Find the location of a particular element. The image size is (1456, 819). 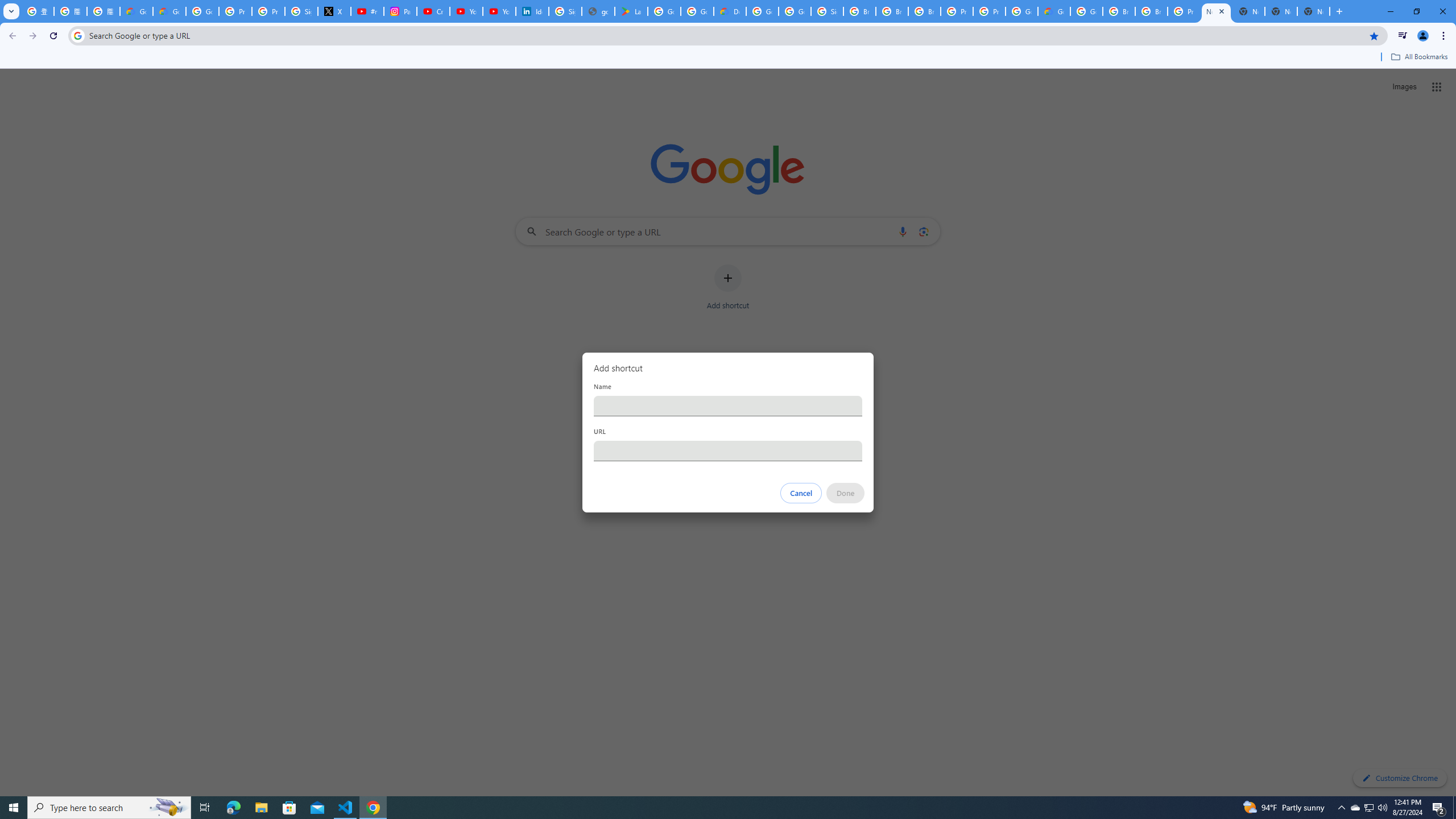

'YouTube Culture & Trends - YouTube Top 10, 2021' is located at coordinates (499, 11).